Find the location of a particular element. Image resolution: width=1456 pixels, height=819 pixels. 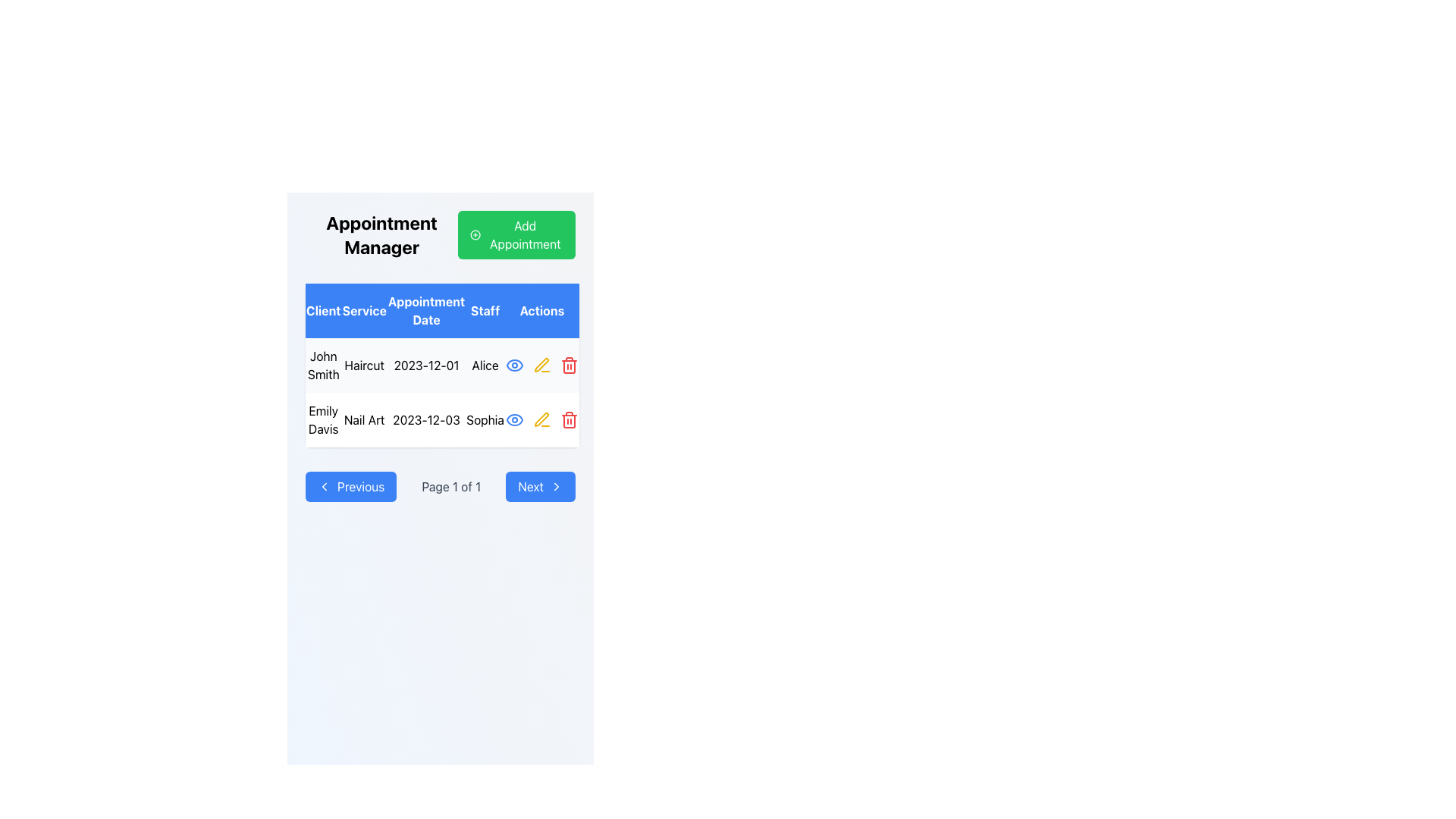

the second table row representing an appointment entry, which includes the client's name, service, appointment date, staff responsible, and action buttons for interaction is located at coordinates (441, 420).